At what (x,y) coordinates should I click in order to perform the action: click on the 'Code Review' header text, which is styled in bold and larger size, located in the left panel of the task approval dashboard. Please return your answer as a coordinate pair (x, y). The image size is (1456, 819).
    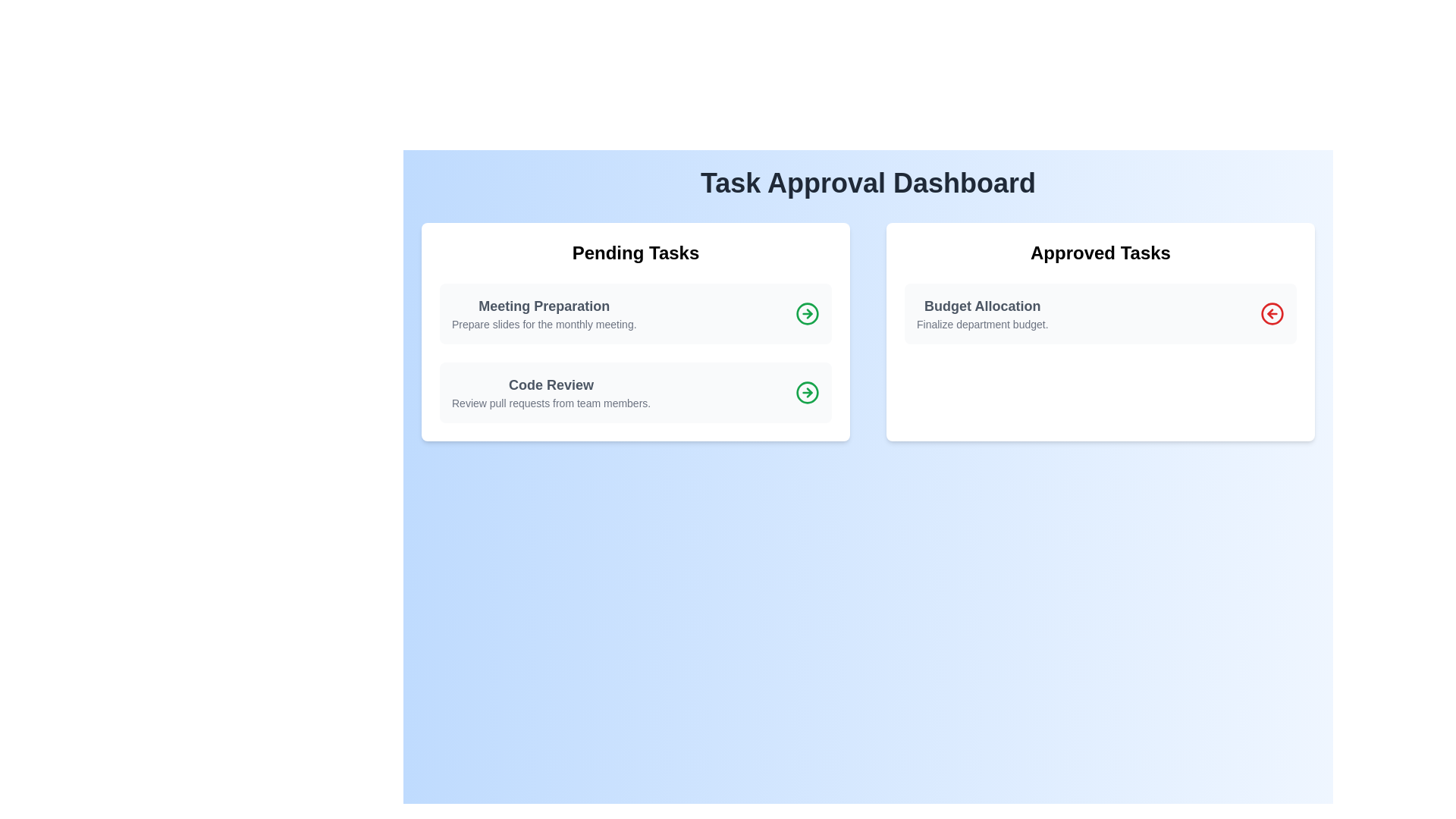
    Looking at the image, I should click on (550, 384).